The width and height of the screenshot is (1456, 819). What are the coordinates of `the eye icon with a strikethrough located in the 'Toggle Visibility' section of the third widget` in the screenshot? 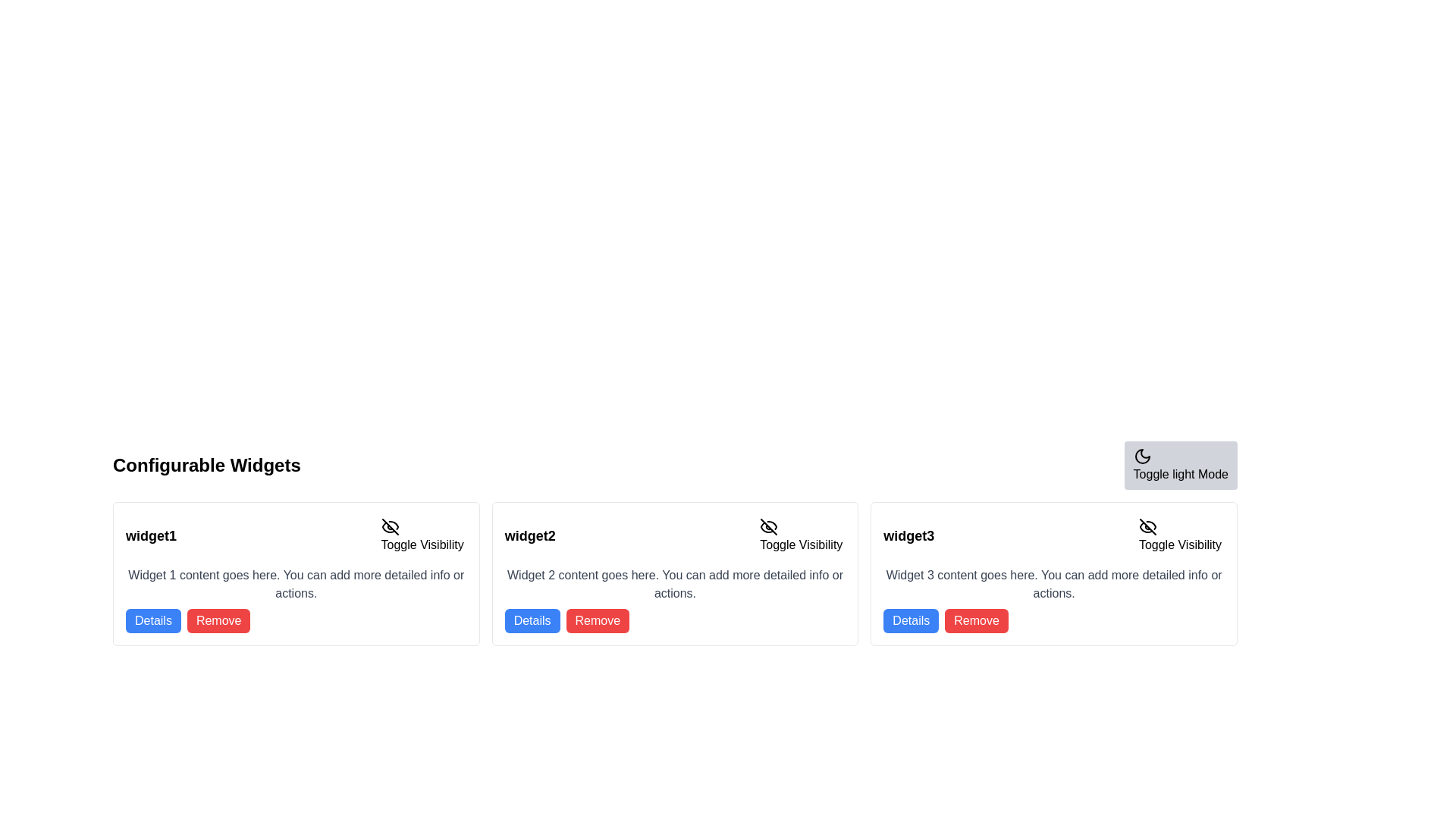 It's located at (1147, 526).